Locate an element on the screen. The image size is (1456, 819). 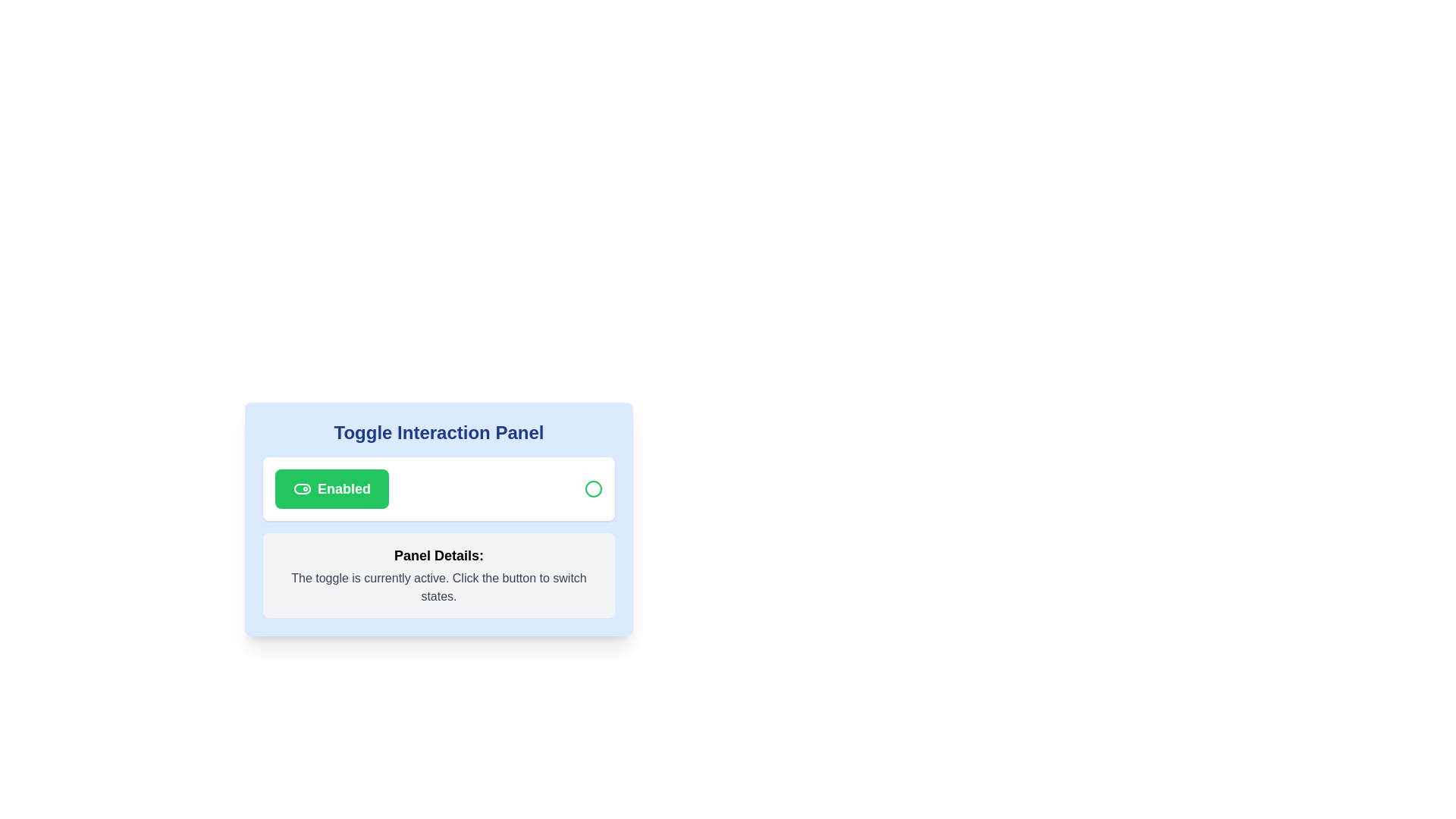
the 'Enabled' toggle button located in the 'Toggle Interaction Panel' is located at coordinates (331, 488).